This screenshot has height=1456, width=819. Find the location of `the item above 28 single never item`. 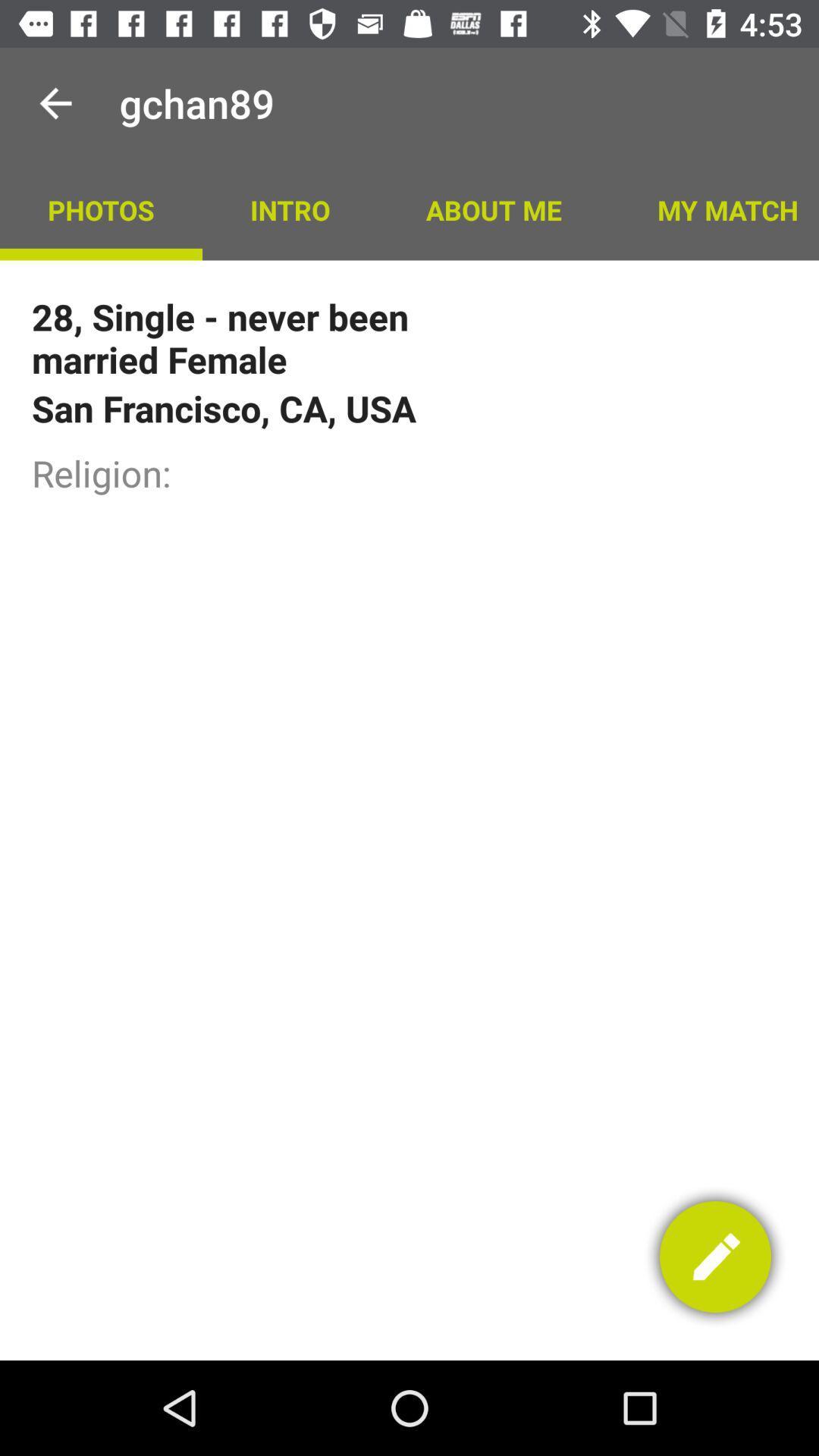

the item above 28 single never item is located at coordinates (101, 209).